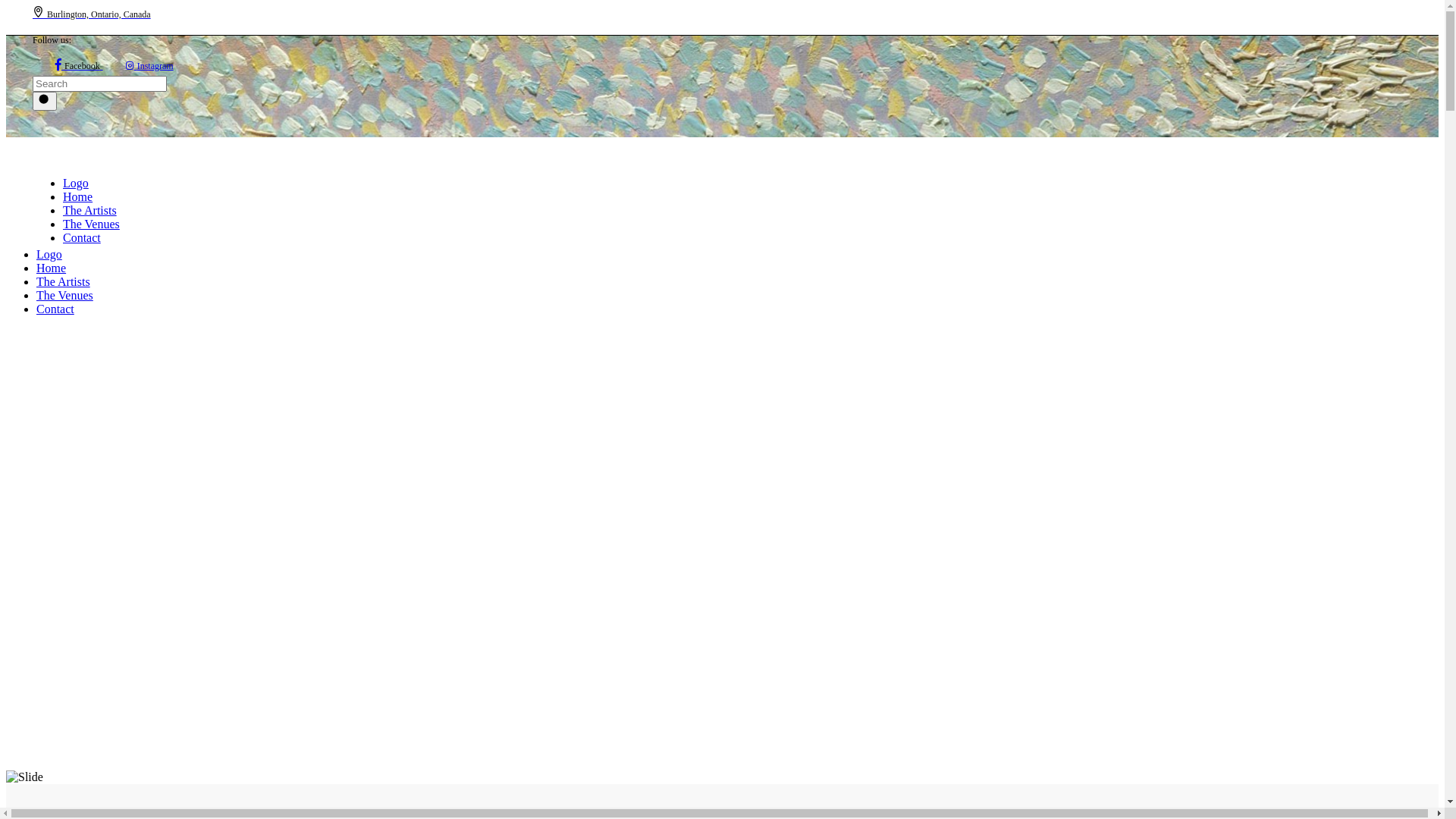 This screenshot has height=819, width=1456. I want to click on 'Burlington, Ontario, Canada', so click(90, 13).